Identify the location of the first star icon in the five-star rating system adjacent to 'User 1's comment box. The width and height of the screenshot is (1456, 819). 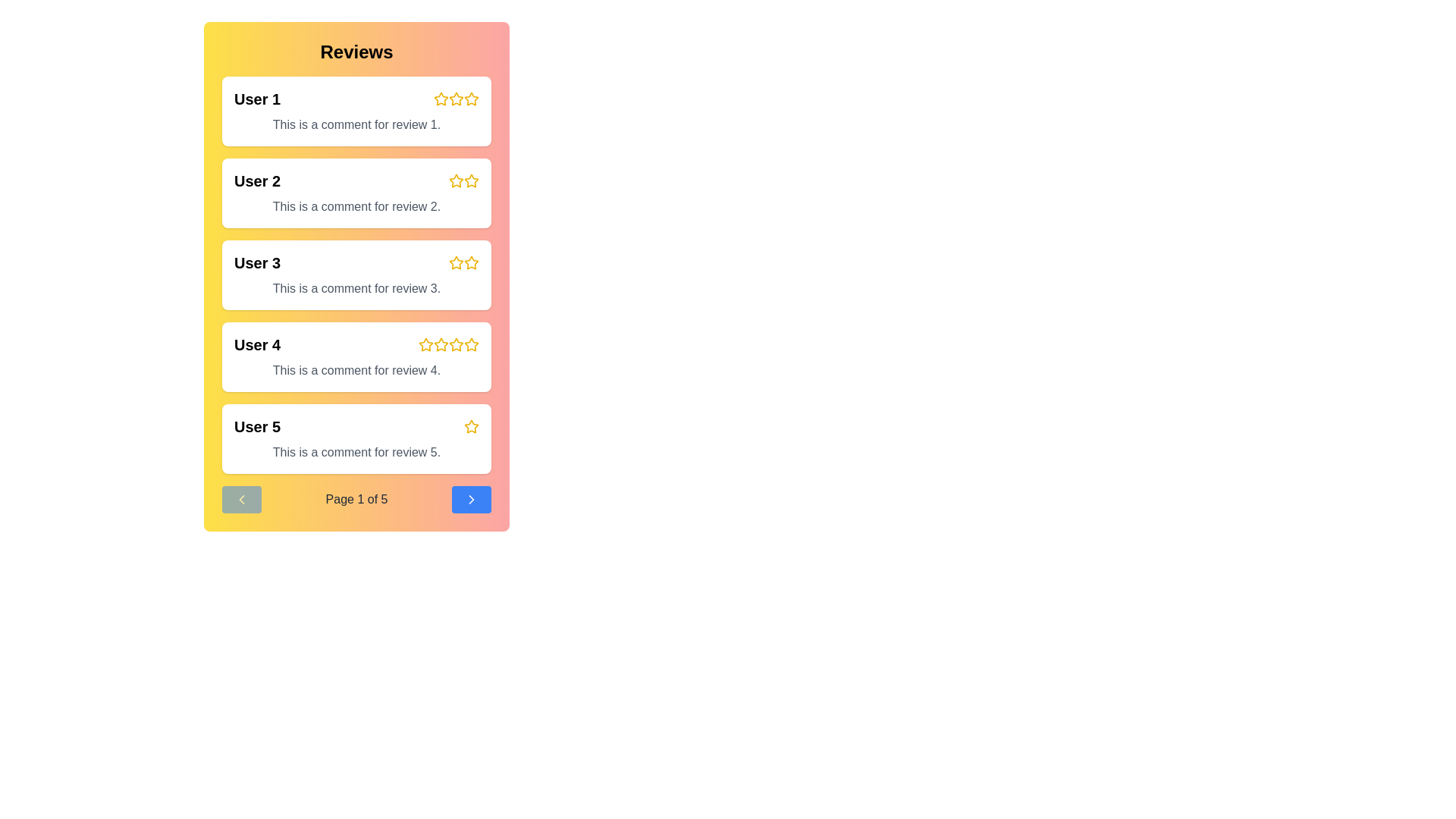
(455, 99).